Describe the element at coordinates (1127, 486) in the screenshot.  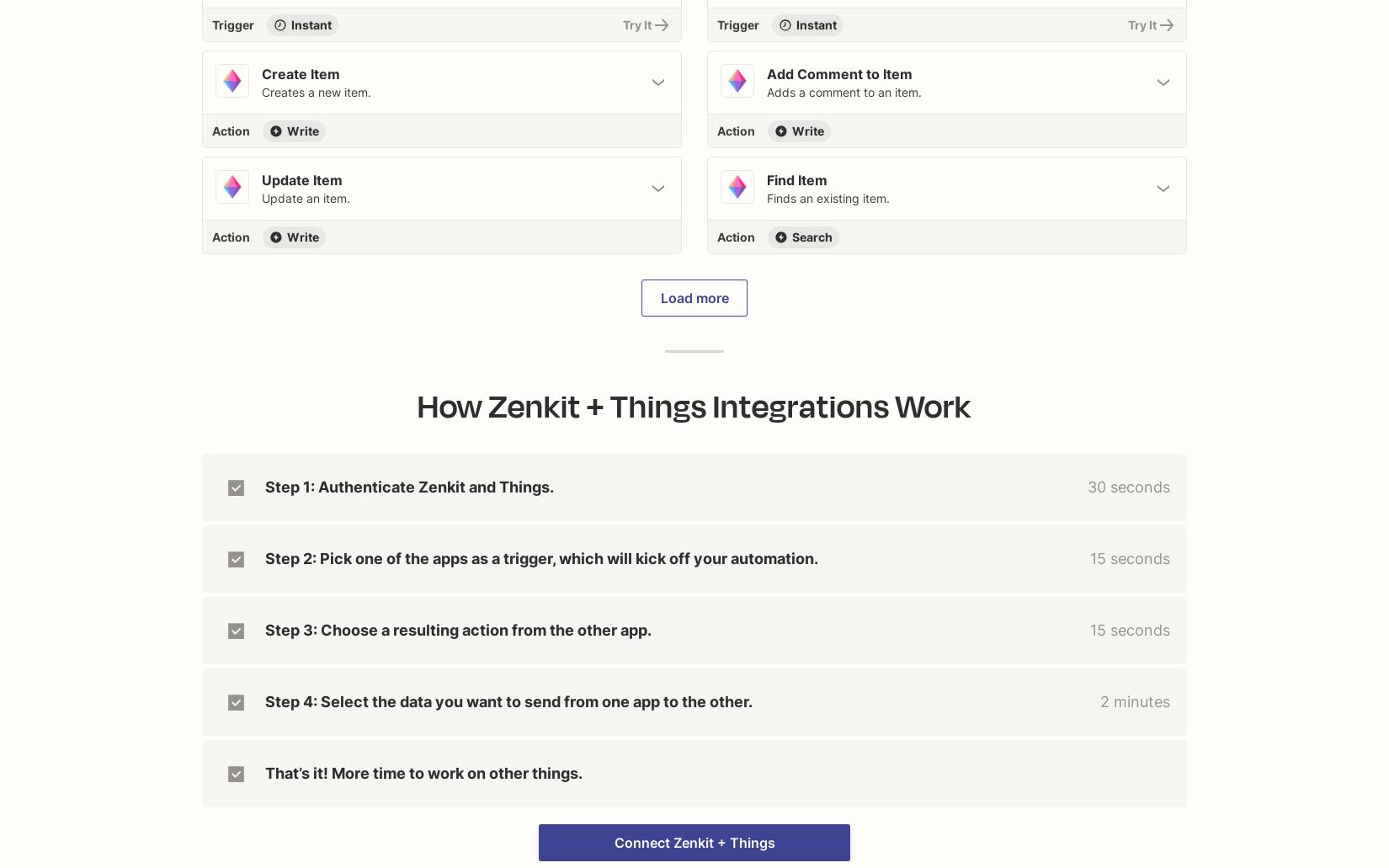
I see `'30 seconds'` at that location.